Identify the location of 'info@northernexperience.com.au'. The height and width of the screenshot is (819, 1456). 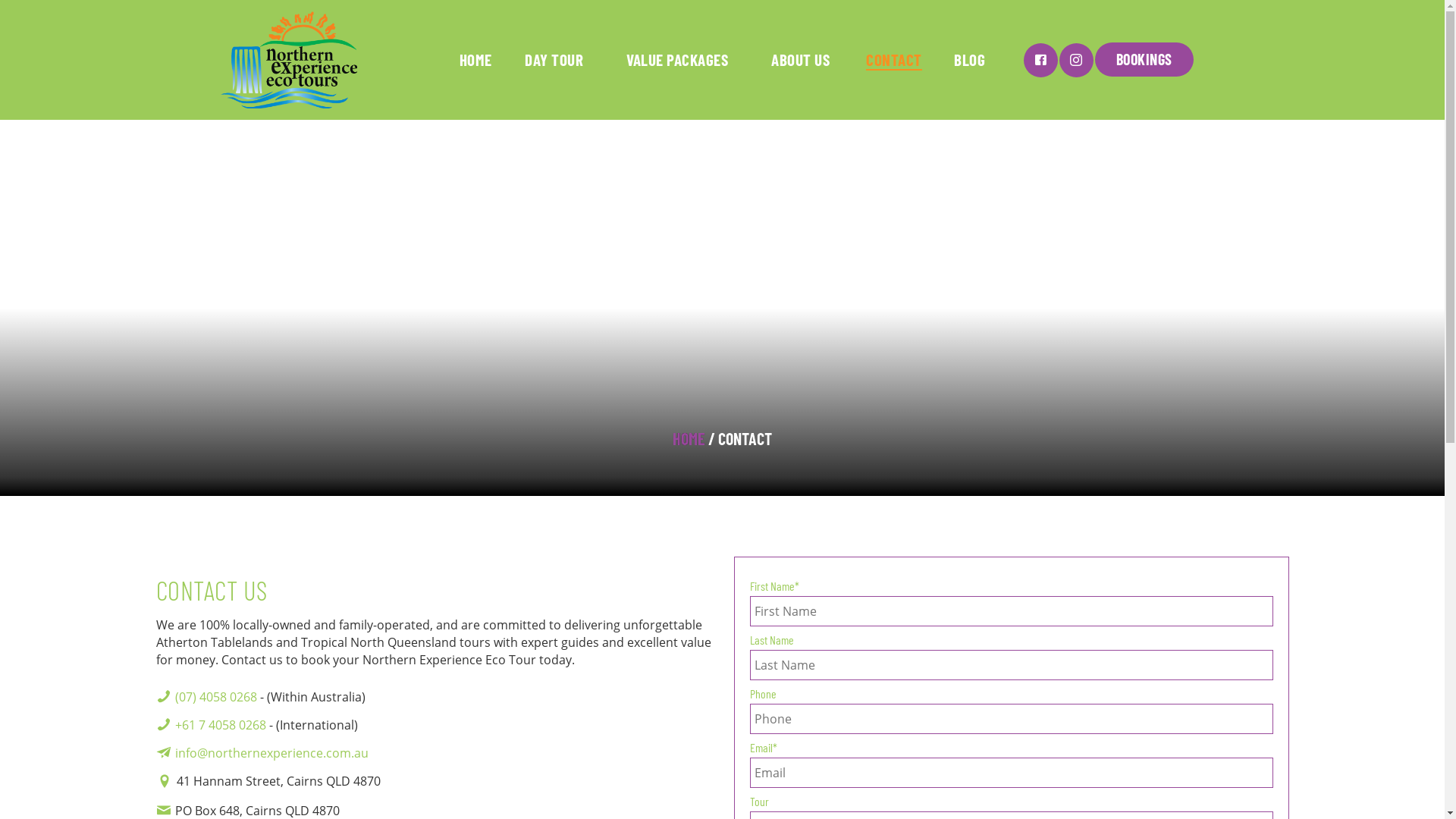
(271, 752).